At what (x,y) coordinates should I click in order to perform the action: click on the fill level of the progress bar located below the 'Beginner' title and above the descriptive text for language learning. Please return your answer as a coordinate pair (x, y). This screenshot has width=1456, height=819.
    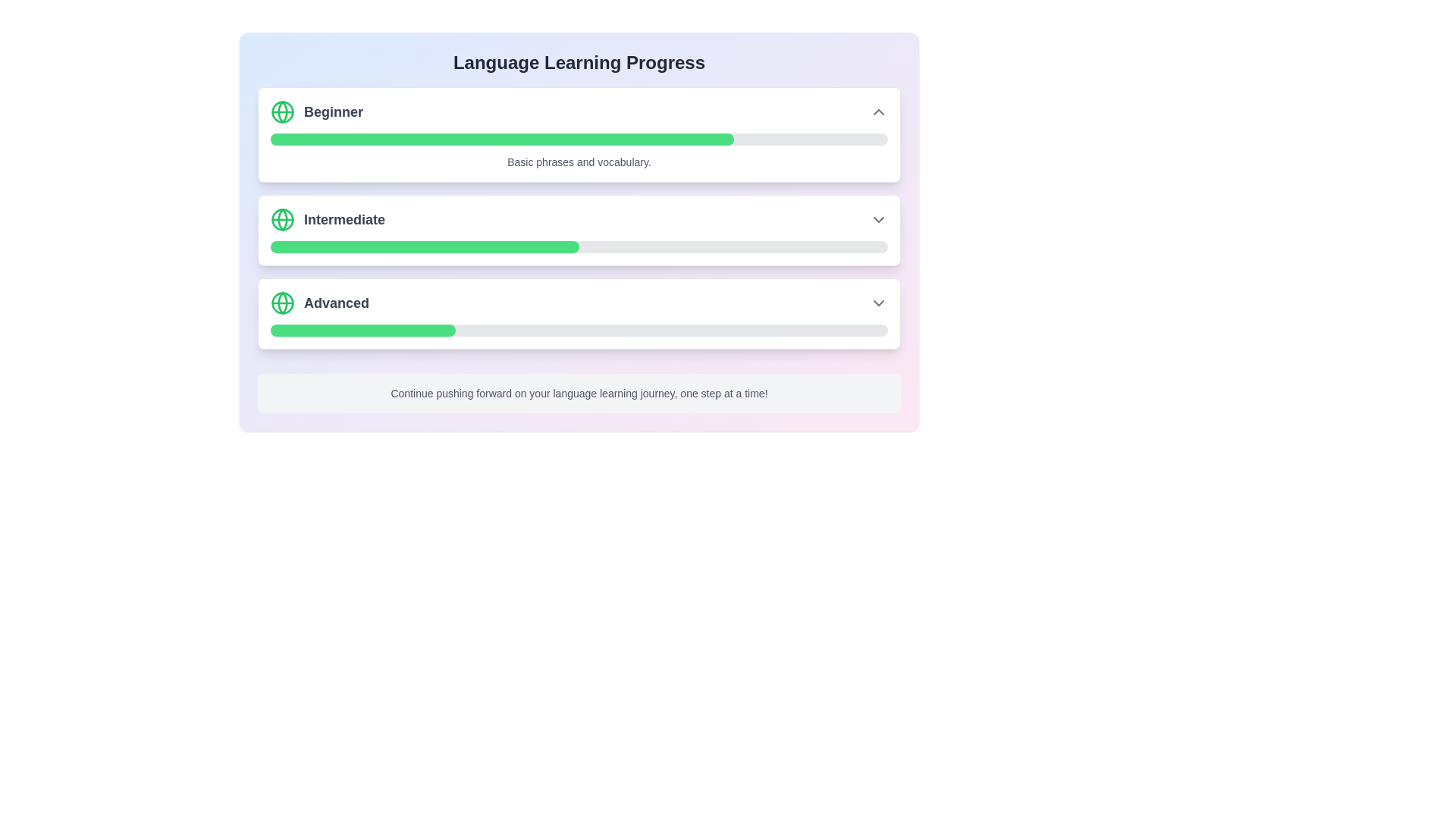
    Looking at the image, I should click on (578, 140).